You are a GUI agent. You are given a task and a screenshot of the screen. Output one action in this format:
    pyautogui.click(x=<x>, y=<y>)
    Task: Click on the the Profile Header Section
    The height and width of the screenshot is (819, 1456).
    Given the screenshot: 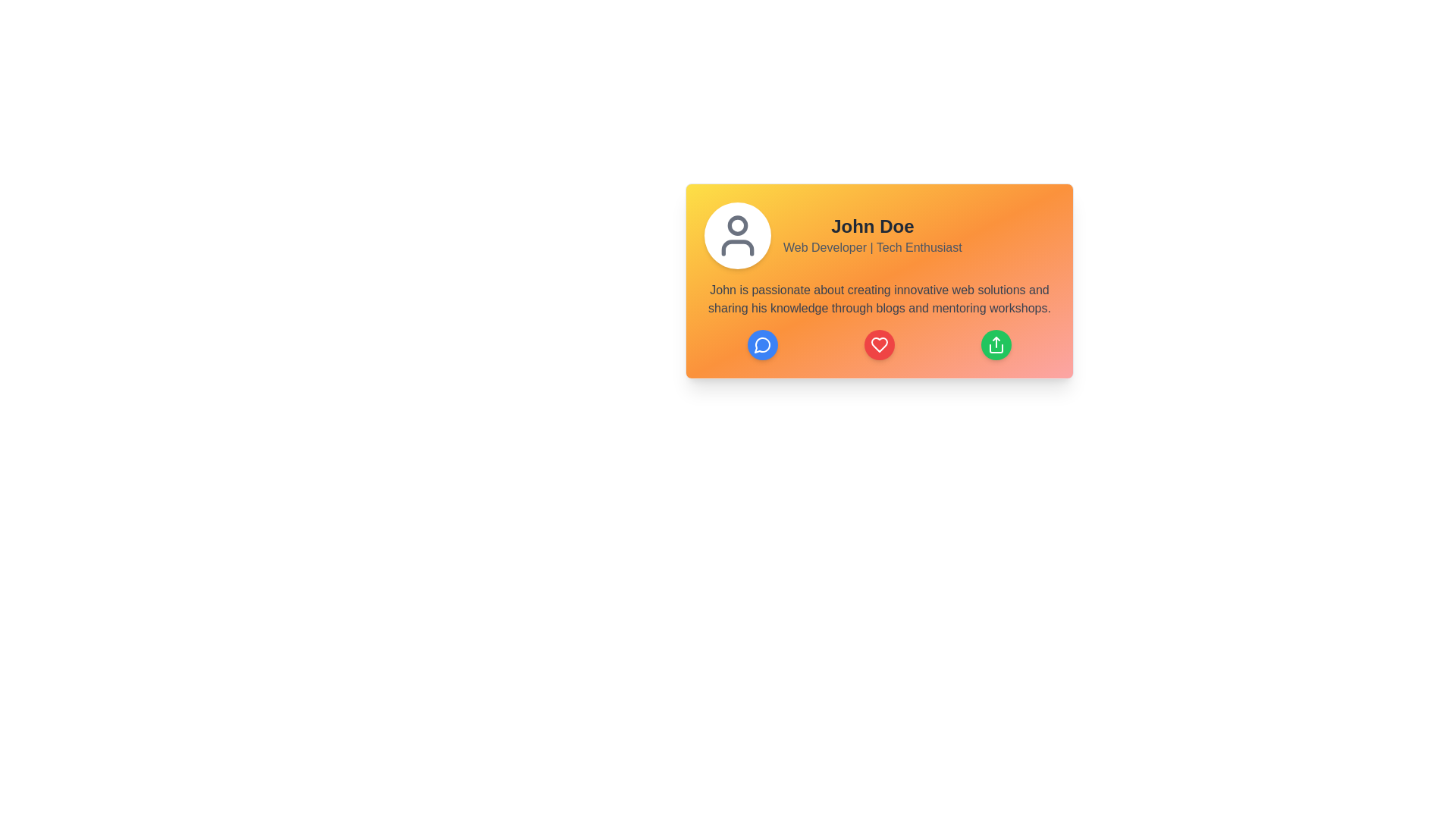 What is the action you would take?
    pyautogui.click(x=880, y=236)
    